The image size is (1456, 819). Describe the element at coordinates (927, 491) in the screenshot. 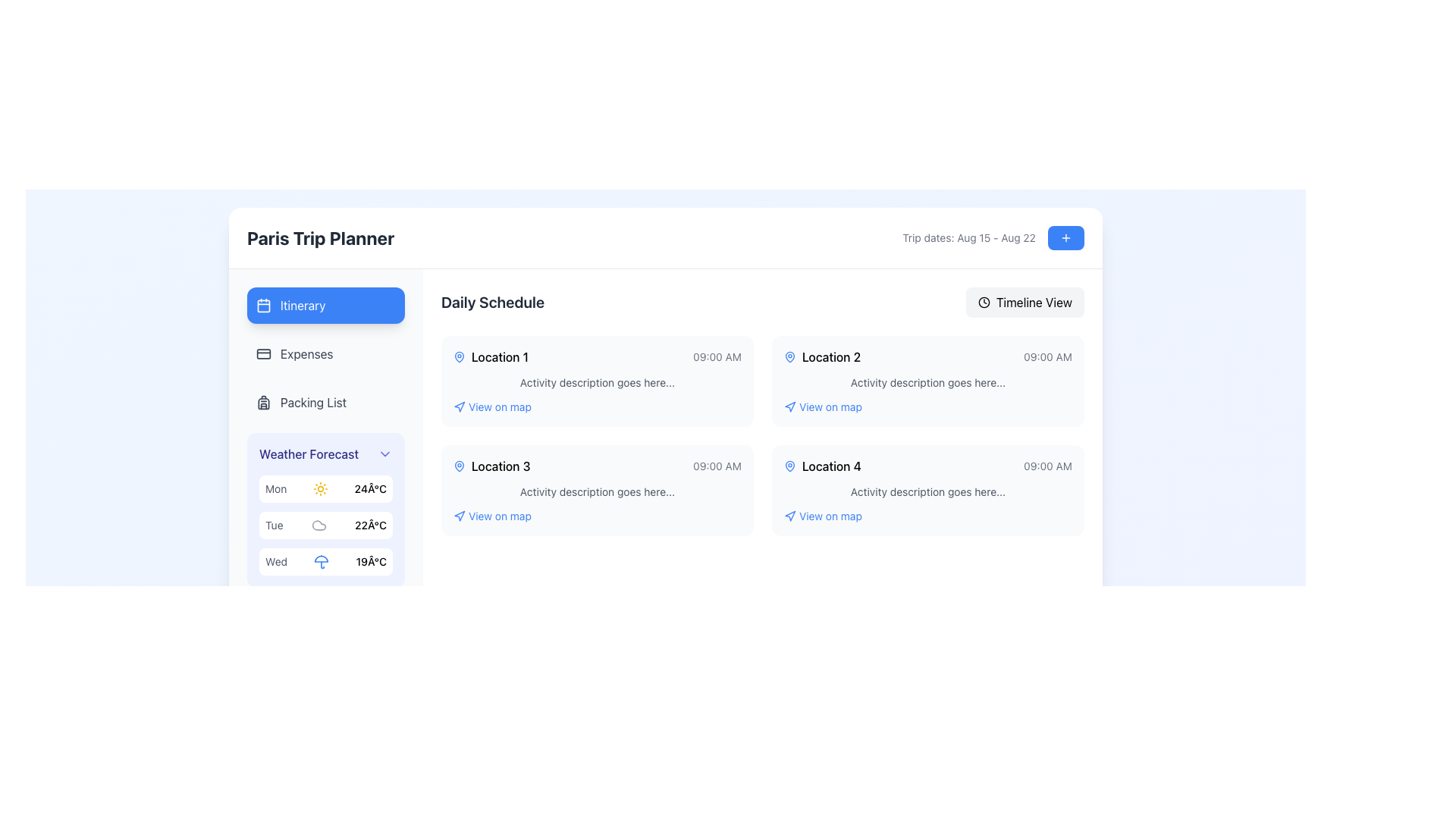

I see `the text label displaying the description of the activity related to 'Location 4', which is located beneath the title 'Location 4' and above the blue-link text 'View on map'` at that location.